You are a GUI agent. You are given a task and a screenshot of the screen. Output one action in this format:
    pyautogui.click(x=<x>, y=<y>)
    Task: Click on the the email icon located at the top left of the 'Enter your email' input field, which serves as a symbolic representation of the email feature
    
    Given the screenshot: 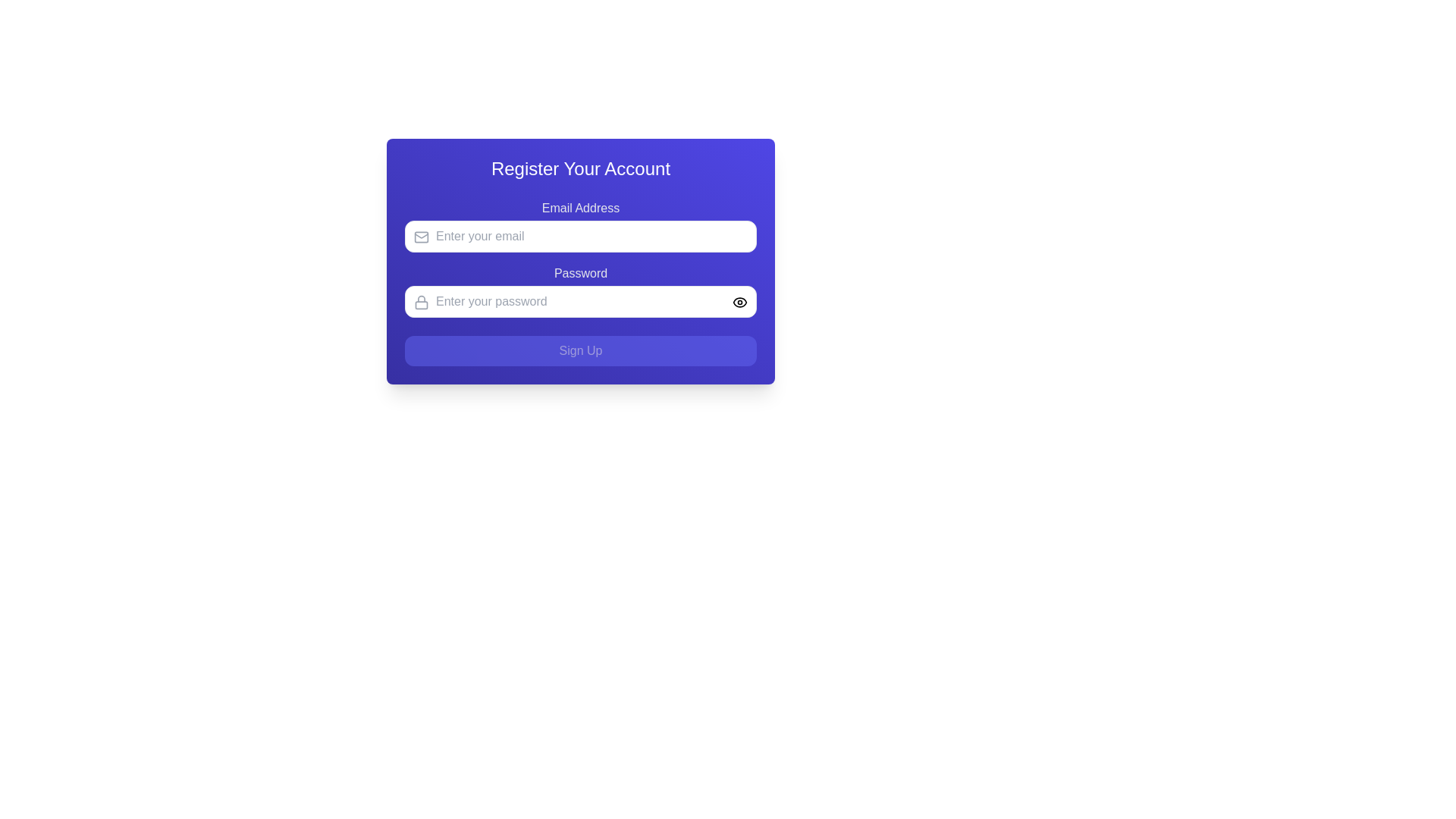 What is the action you would take?
    pyautogui.click(x=422, y=237)
    